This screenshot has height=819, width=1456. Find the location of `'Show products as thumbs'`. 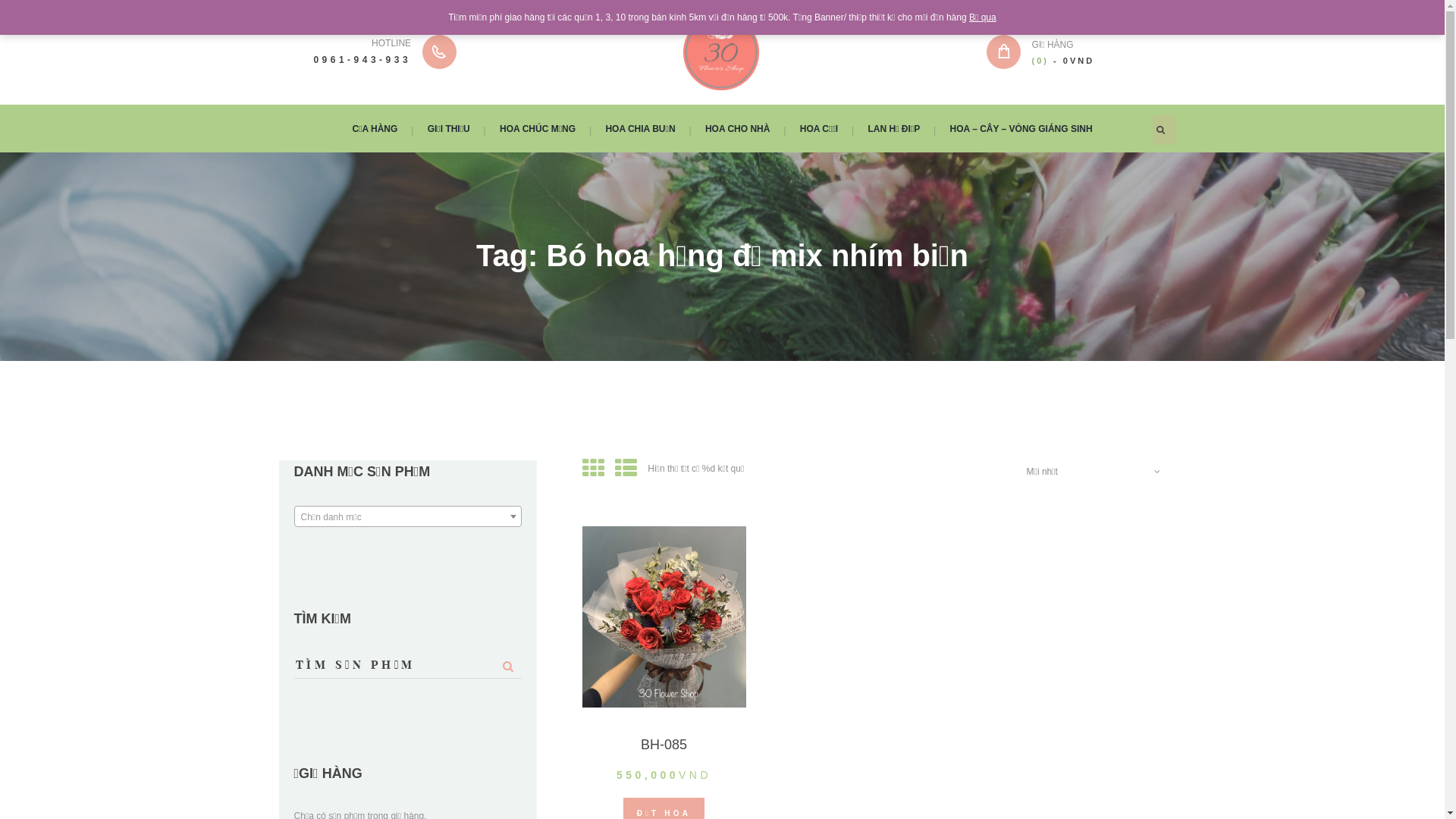

'Show products as thumbs' is located at coordinates (592, 467).